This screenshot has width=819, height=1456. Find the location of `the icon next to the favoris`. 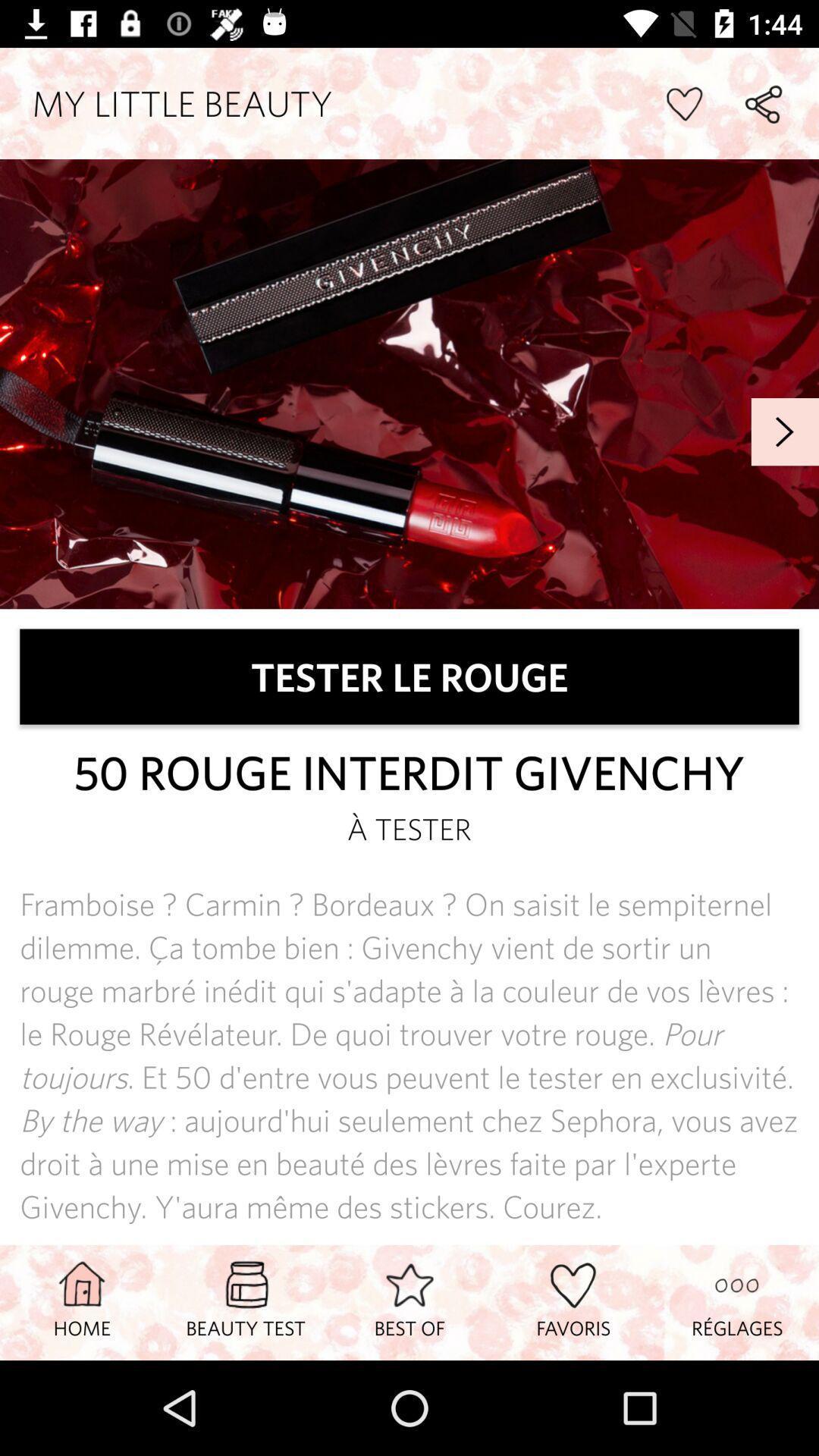

the icon next to the favoris is located at coordinates (736, 1301).